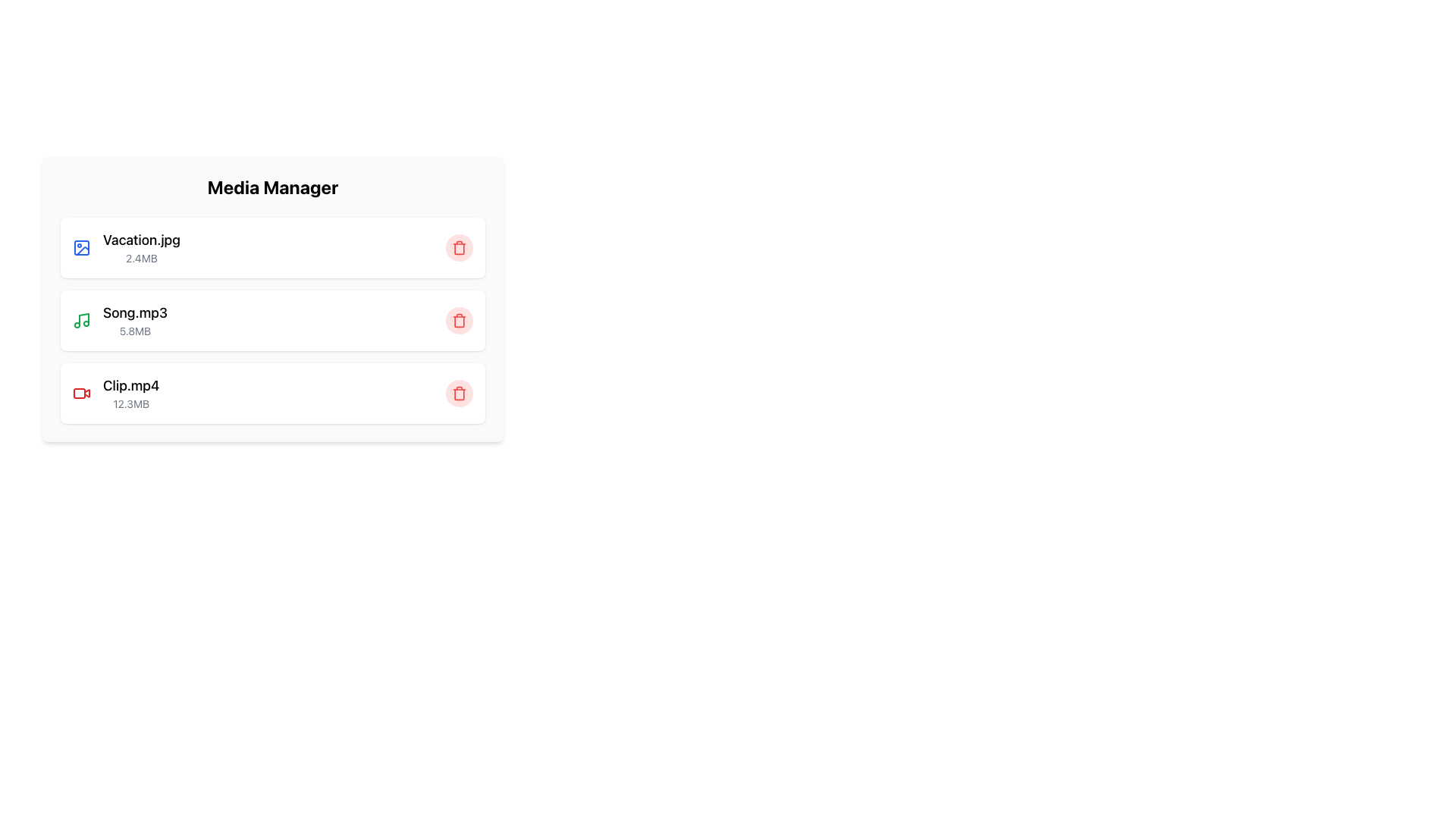 Image resolution: width=1456 pixels, height=819 pixels. Describe the element at coordinates (135, 320) in the screenshot. I see `to select the second list entry in the Media Manager, which displays the name and size of a media file` at that location.